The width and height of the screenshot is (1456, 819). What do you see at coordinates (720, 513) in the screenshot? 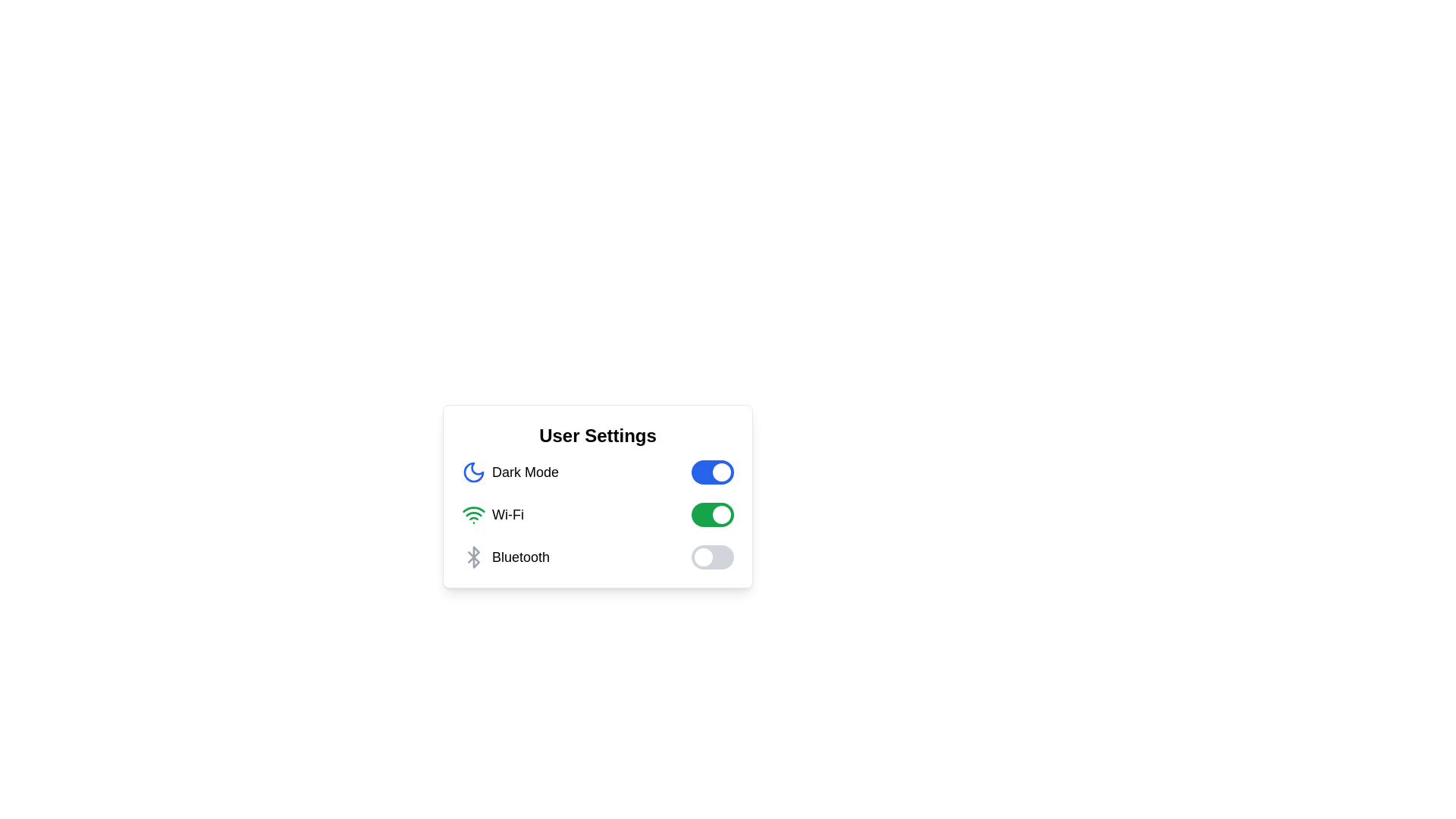
I see `the Wi-Fi toggle button, which is a circular white toggle within a green rounded rectangular switch UI component` at bounding box center [720, 513].